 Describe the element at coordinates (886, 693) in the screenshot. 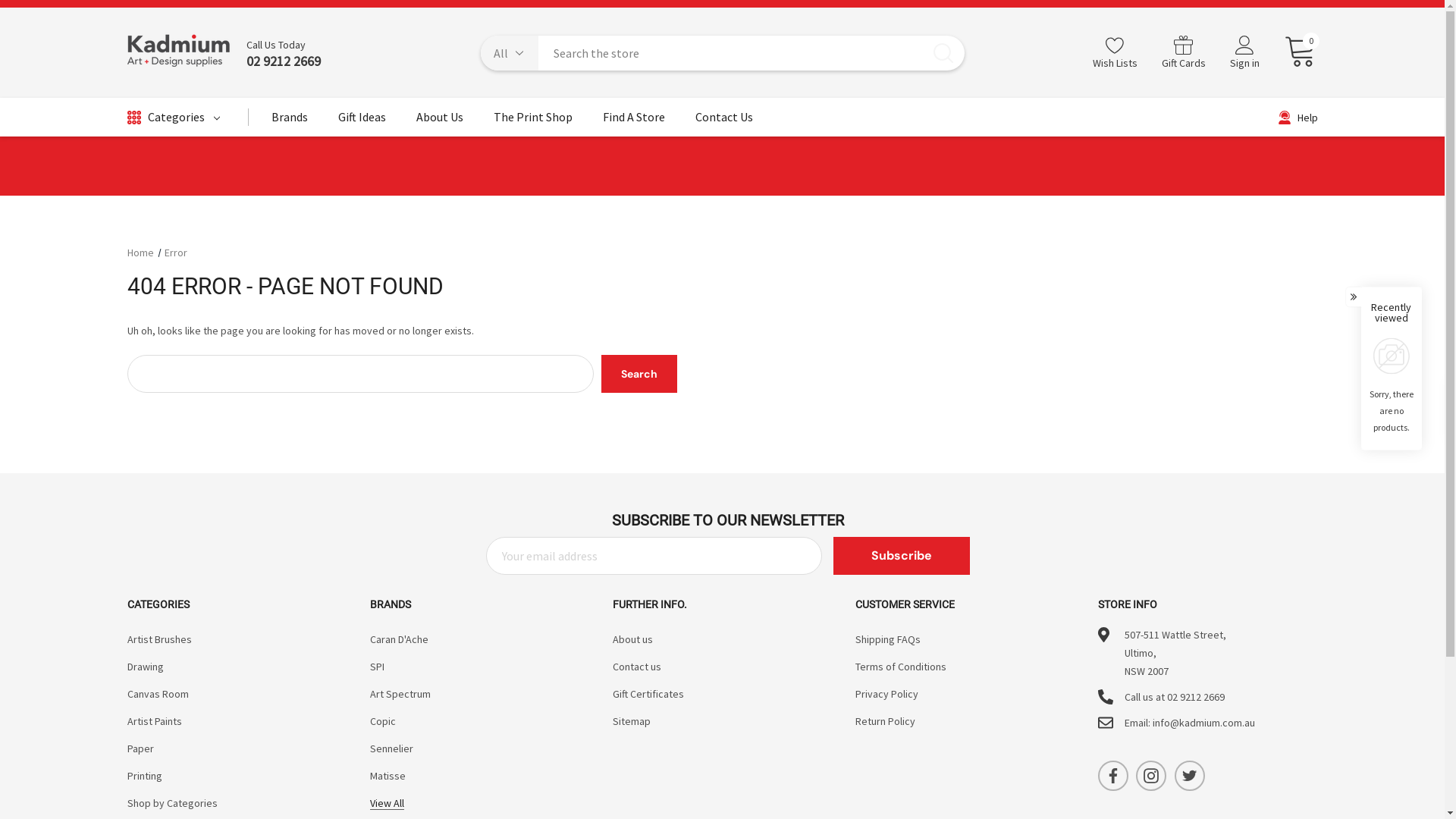

I see `'Privacy Policy'` at that location.